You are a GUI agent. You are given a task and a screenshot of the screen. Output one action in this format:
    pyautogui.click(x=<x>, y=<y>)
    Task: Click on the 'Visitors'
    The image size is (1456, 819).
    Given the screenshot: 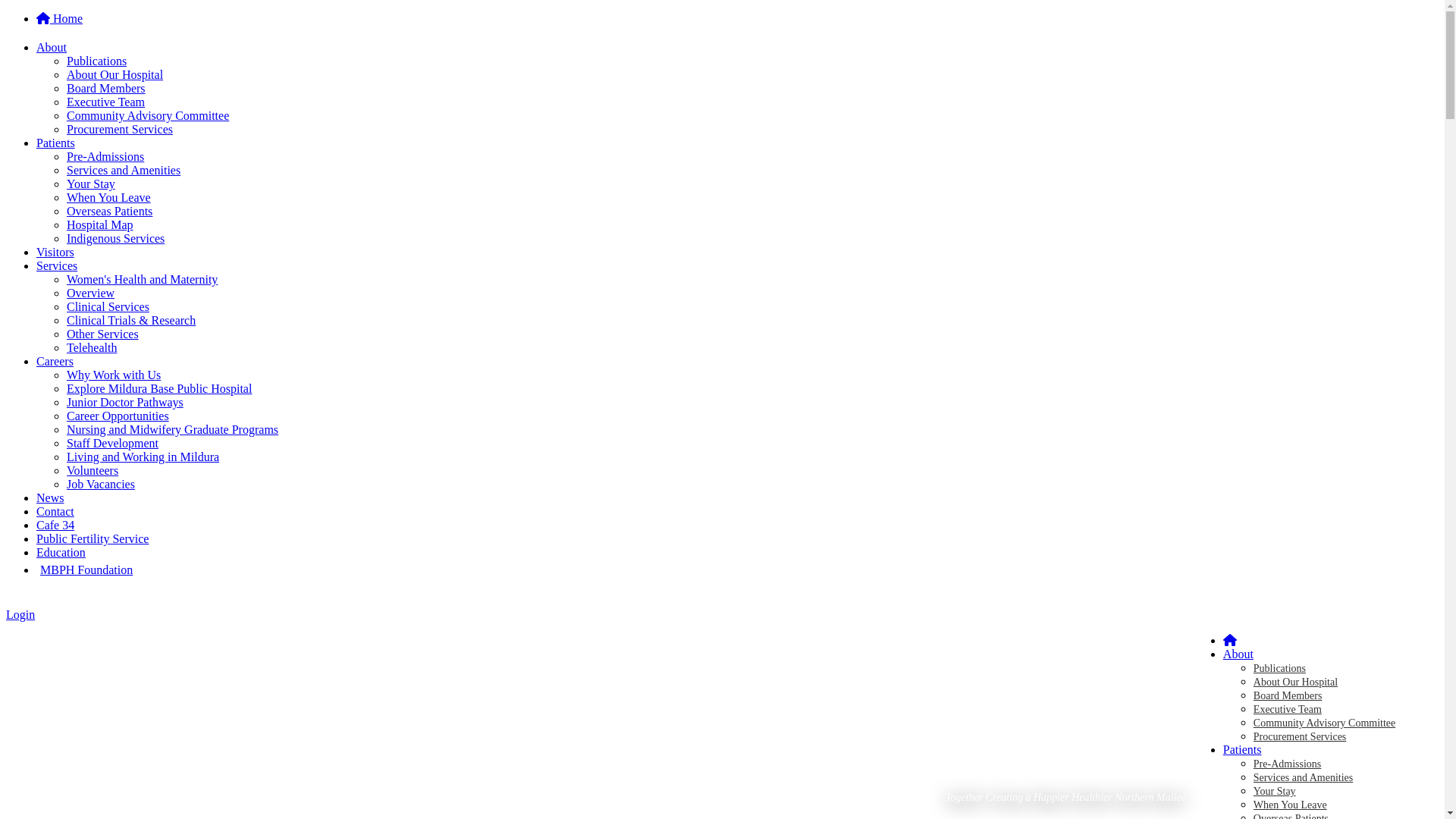 What is the action you would take?
    pyautogui.click(x=55, y=251)
    